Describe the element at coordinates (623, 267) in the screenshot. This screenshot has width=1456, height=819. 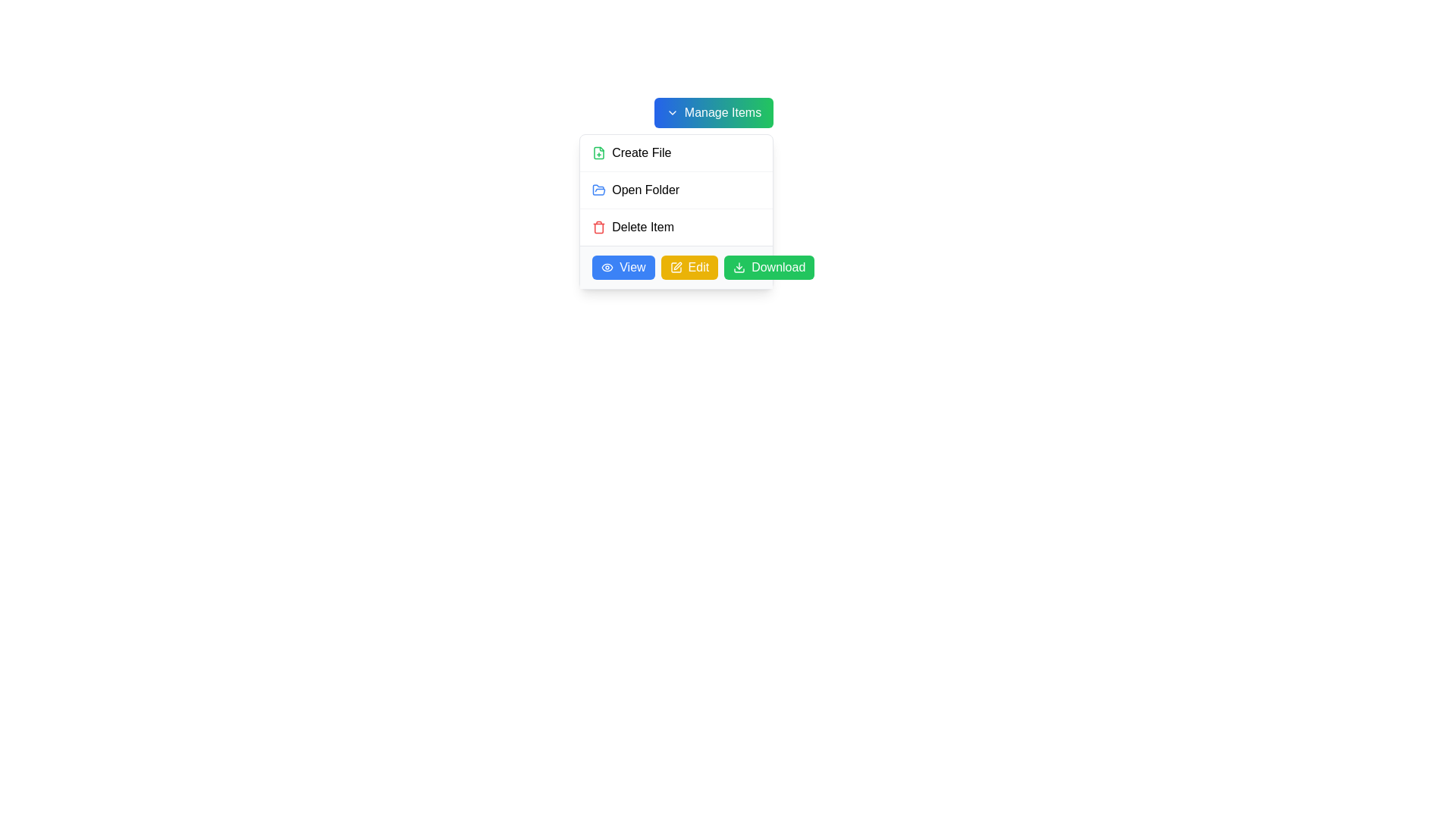
I see `the first button in a row of three buttons located at the bottom of a card interface` at that location.